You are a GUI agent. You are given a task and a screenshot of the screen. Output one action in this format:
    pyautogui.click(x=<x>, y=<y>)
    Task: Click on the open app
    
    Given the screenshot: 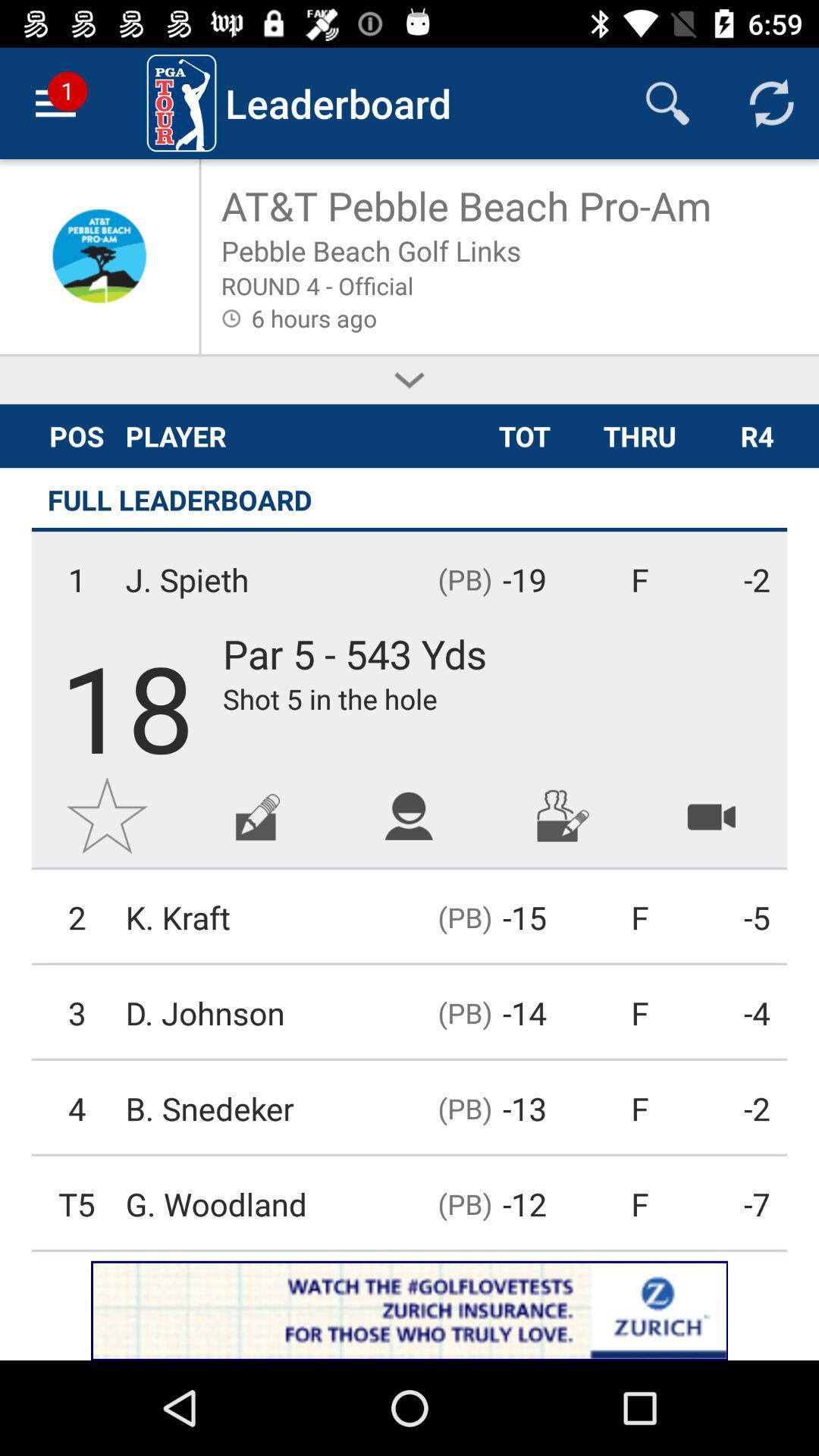 What is the action you would take?
    pyautogui.click(x=409, y=1310)
    